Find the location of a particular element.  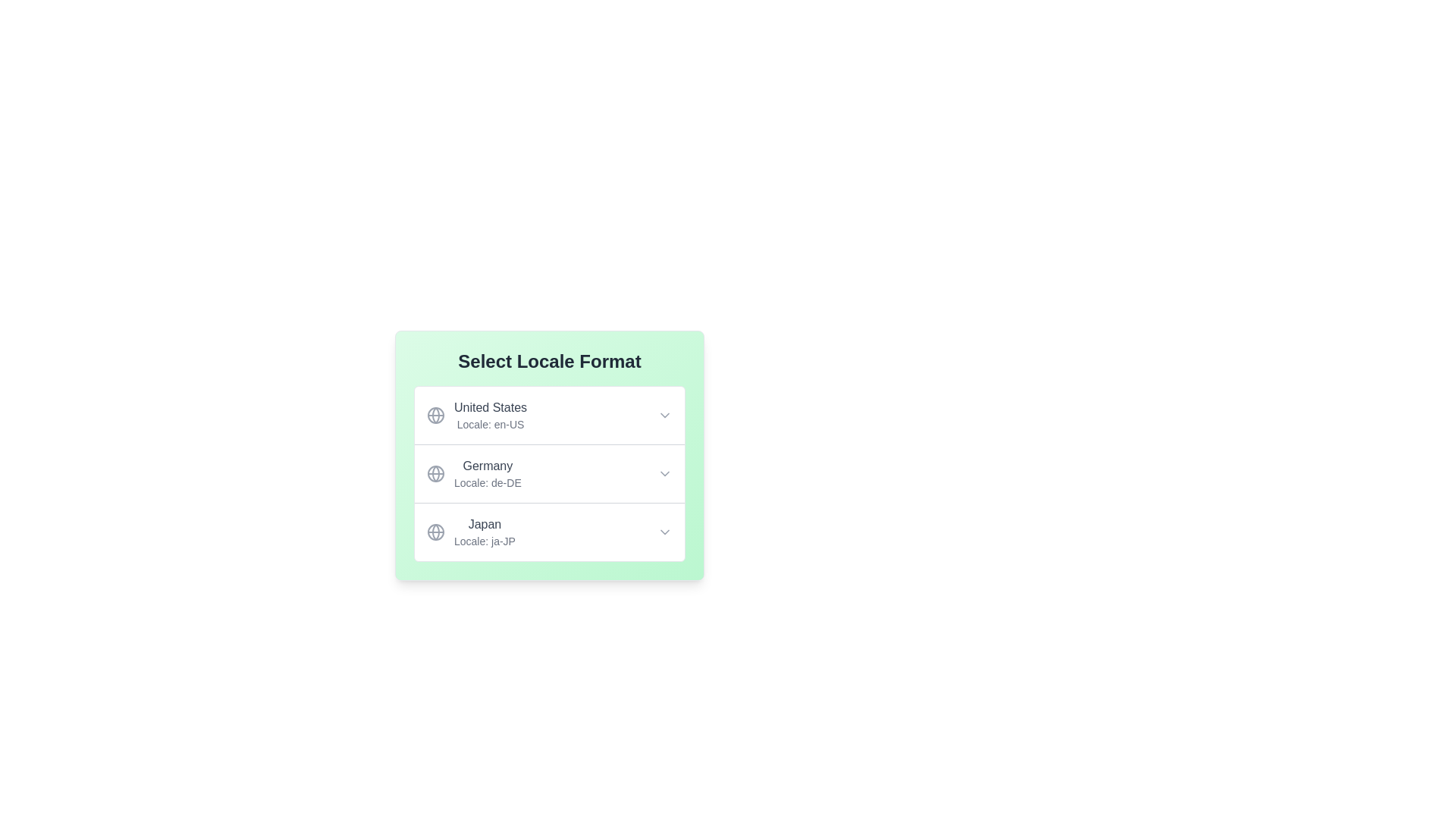

the outermost circular part of the globe icon, which is a decorative UI element indicating international settings, located near the top-left corner of the 'United States' option in the 'Select Locale Format' group is located at coordinates (435, 532).